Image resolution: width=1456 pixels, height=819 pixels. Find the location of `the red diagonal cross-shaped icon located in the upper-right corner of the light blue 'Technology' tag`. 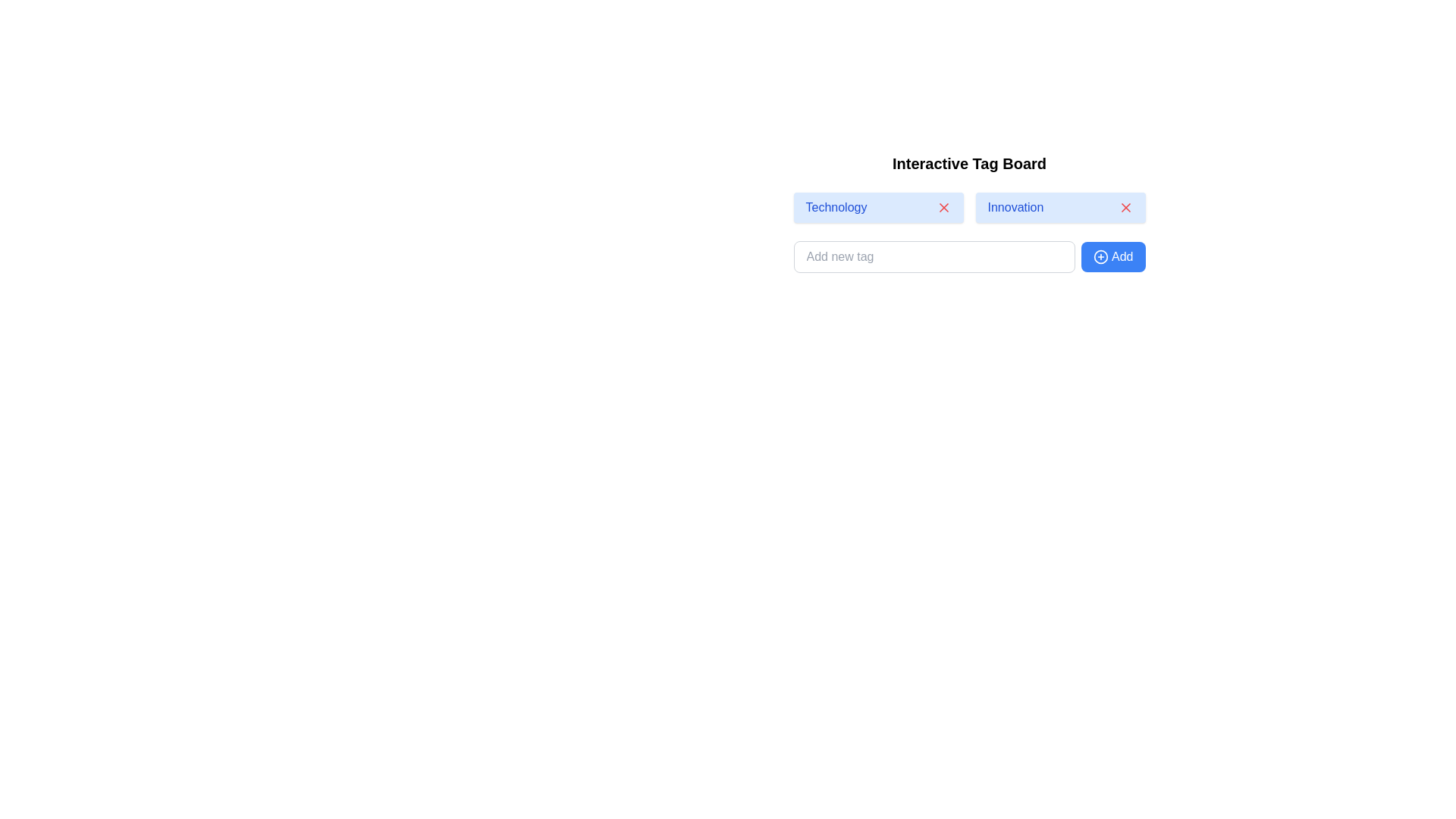

the red diagonal cross-shaped icon located in the upper-right corner of the light blue 'Technology' tag is located at coordinates (943, 207).